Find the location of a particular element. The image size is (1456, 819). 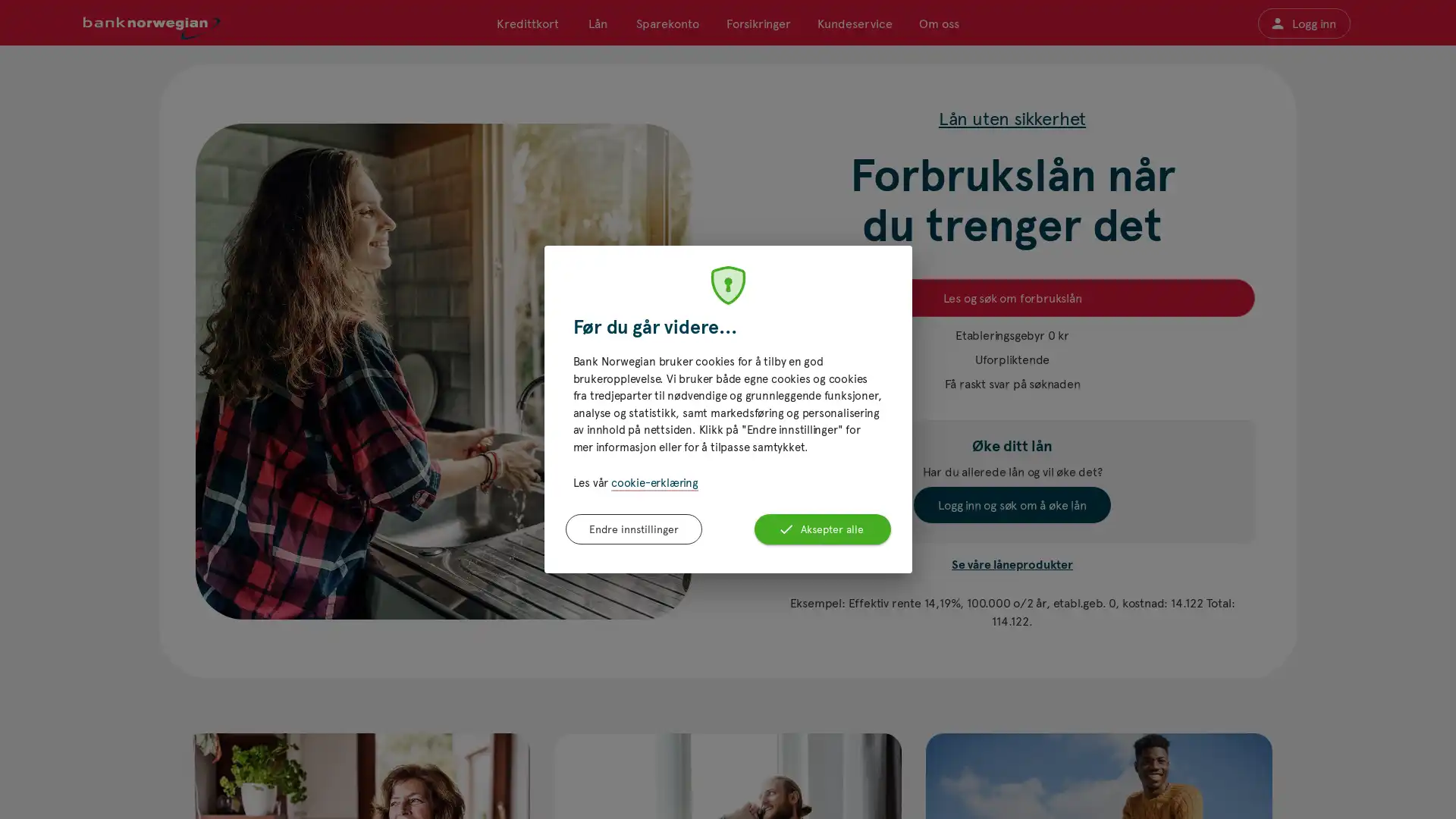

Kundeservice is located at coordinates (854, 23).